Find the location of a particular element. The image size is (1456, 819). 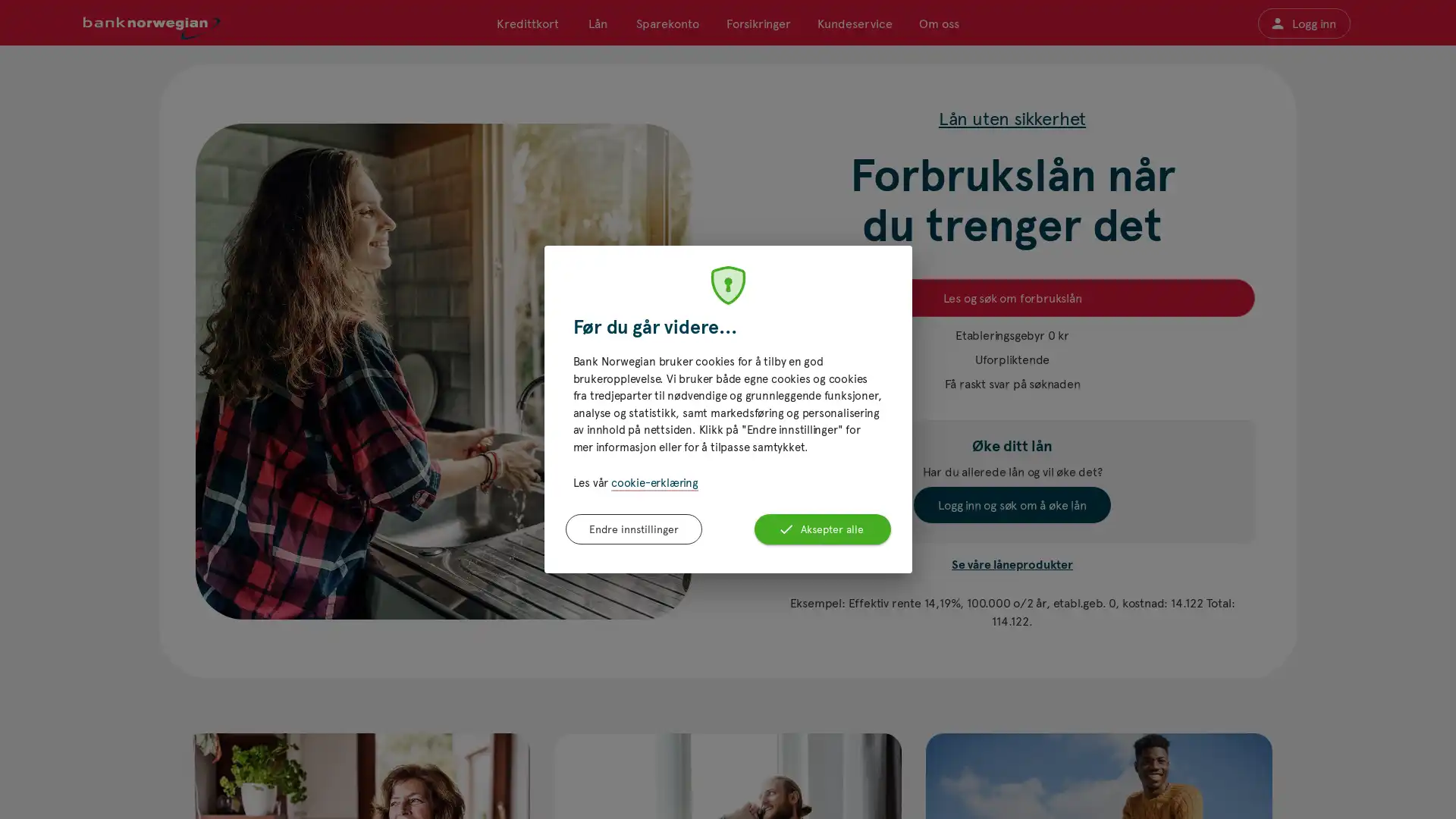

Kundeservice is located at coordinates (854, 23).